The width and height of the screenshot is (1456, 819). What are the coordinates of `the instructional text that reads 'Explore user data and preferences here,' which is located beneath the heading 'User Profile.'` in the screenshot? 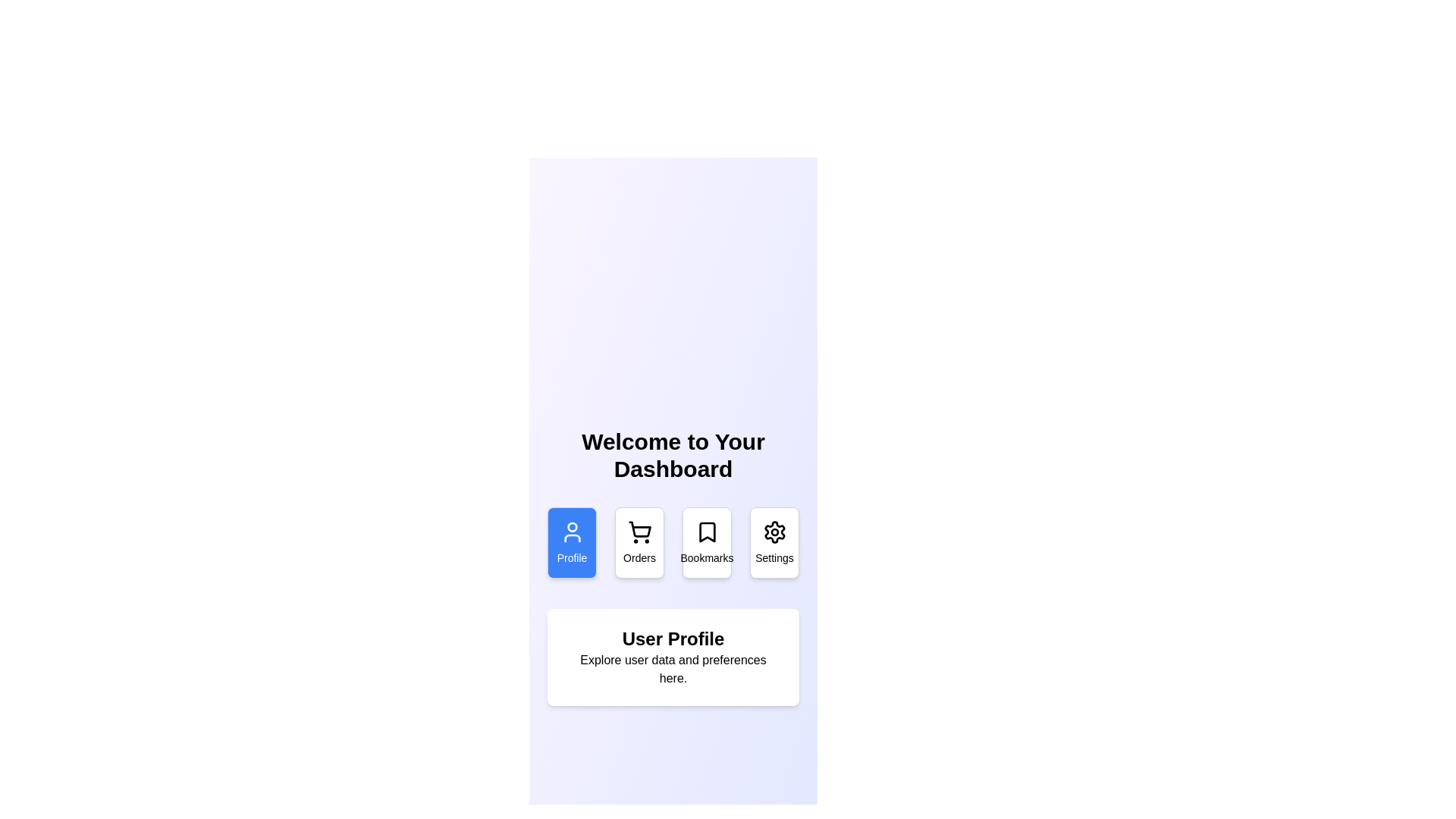 It's located at (673, 669).